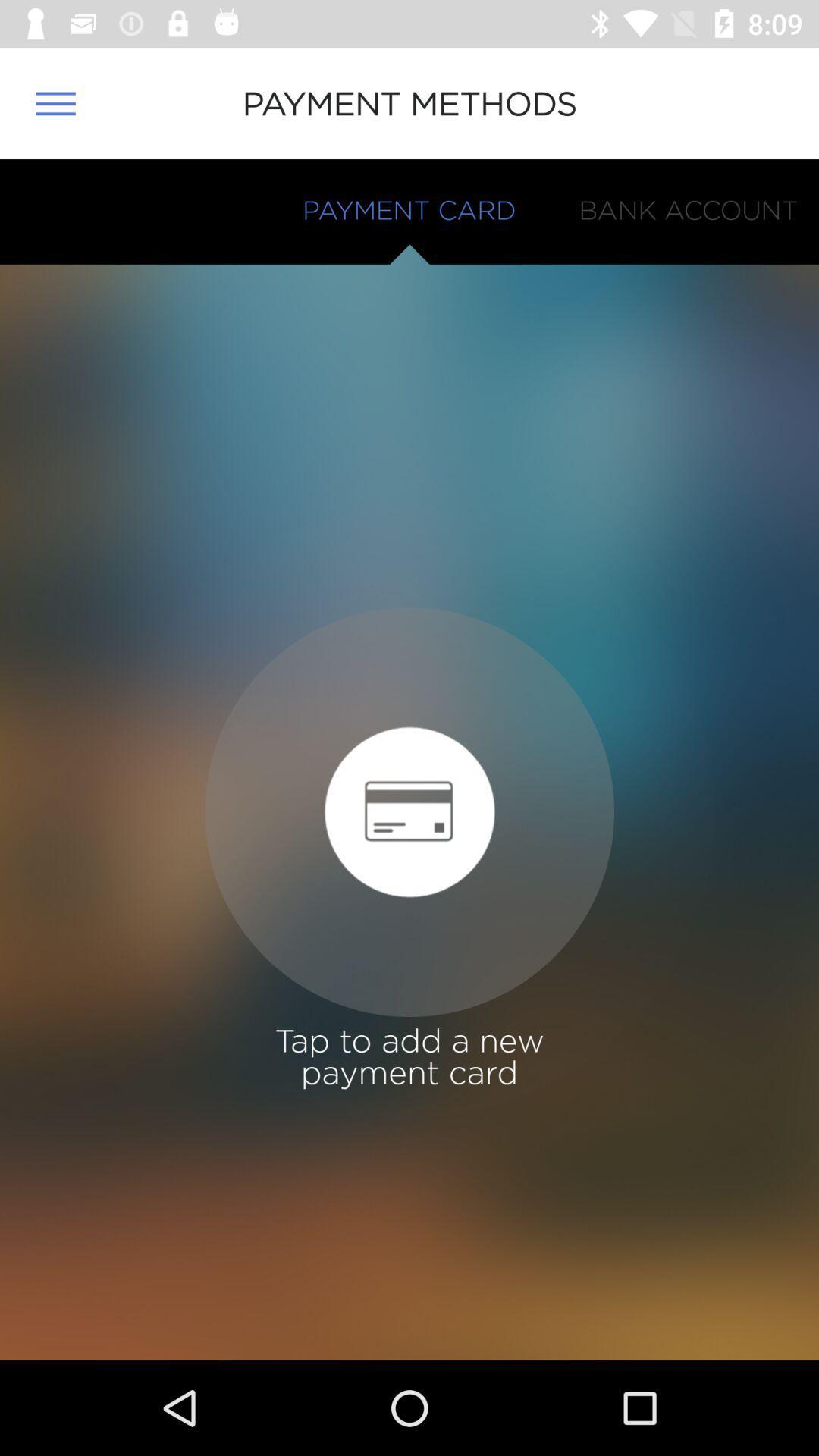 The image size is (819, 1456). I want to click on the item to the left of payment methods, so click(55, 102).